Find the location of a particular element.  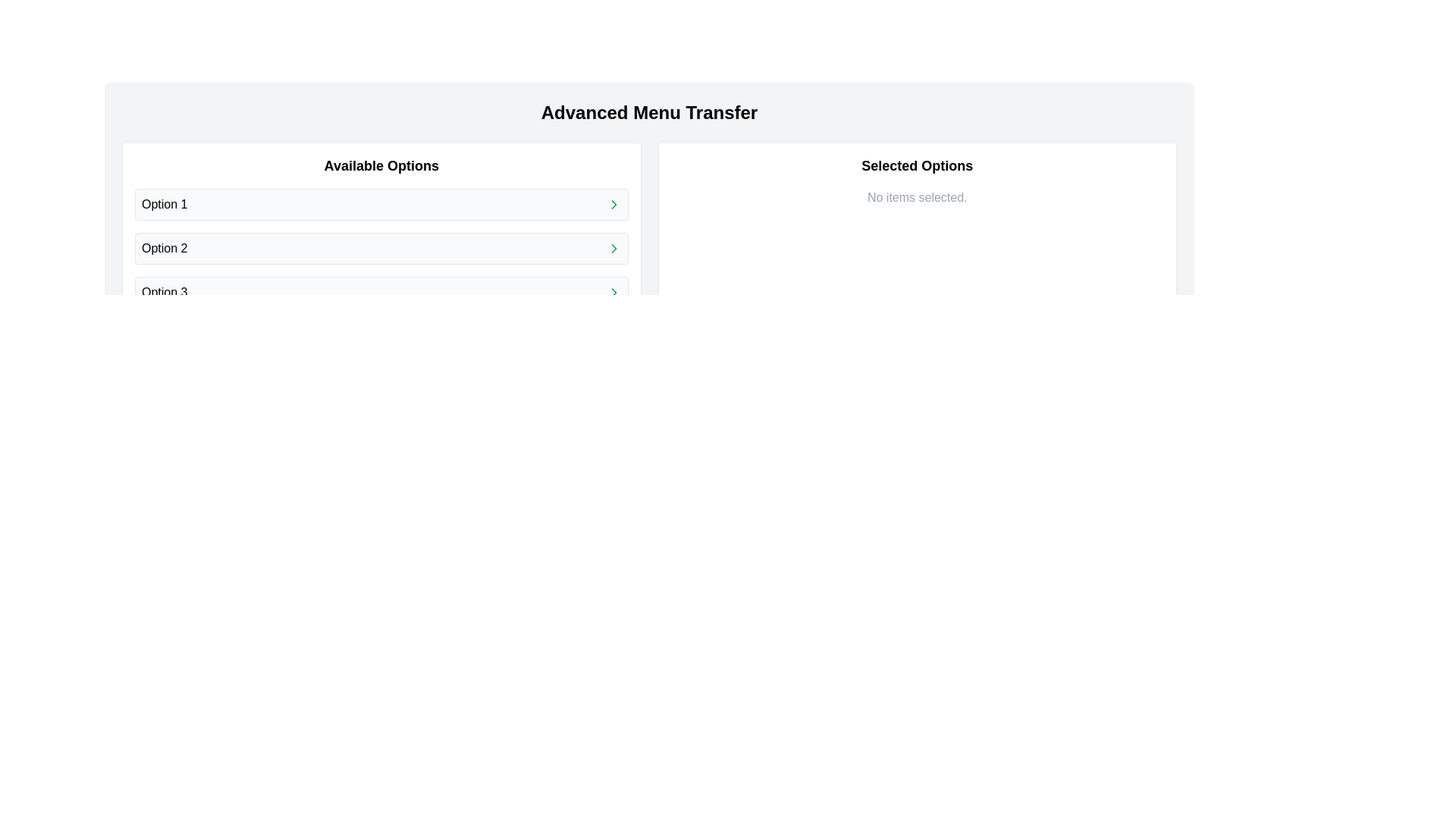

the button located at the far right end of the block labeled 'Option 3', which is the third item in the list under 'Available Options' is located at coordinates (613, 292).